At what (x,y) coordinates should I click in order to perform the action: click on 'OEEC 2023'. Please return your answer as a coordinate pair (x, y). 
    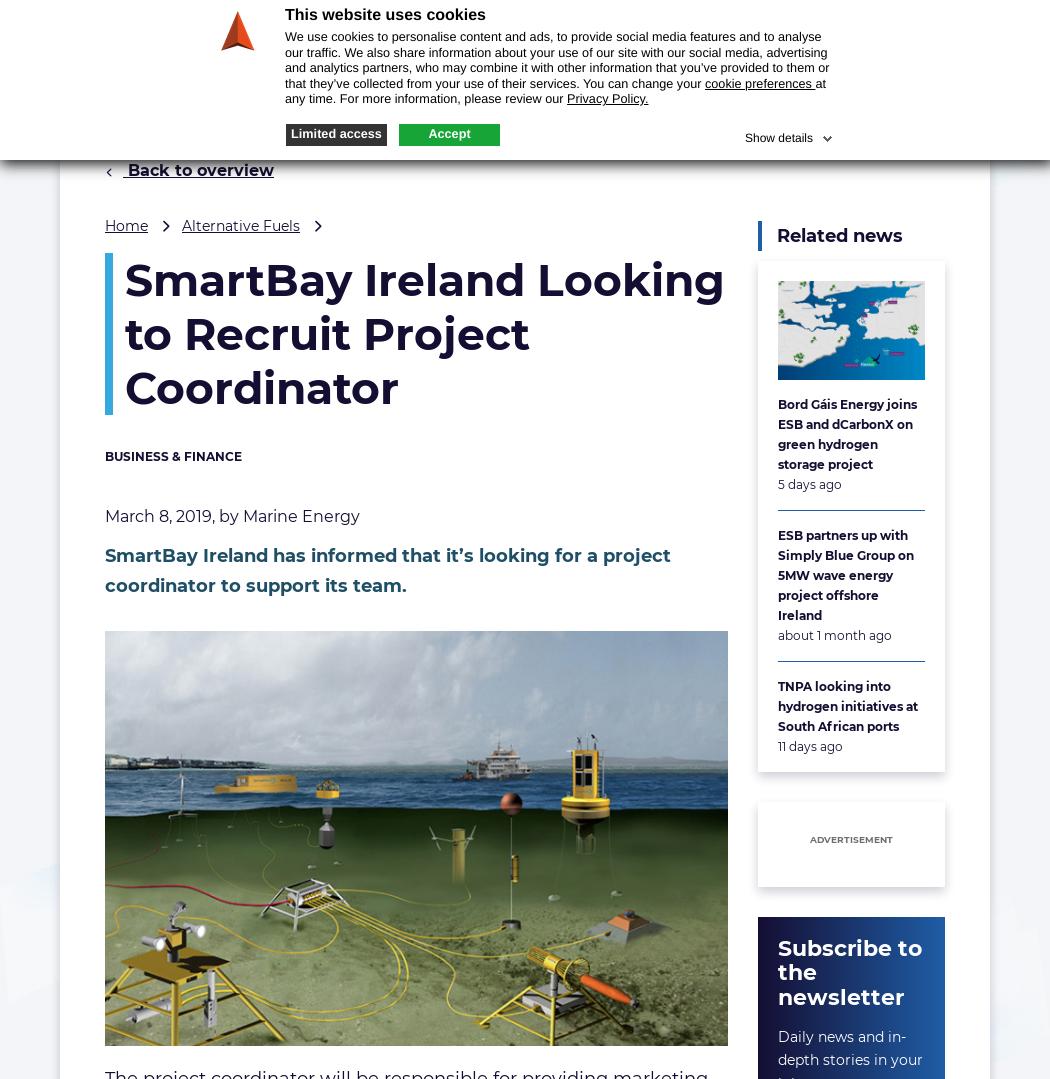
    Looking at the image, I should click on (823, 19).